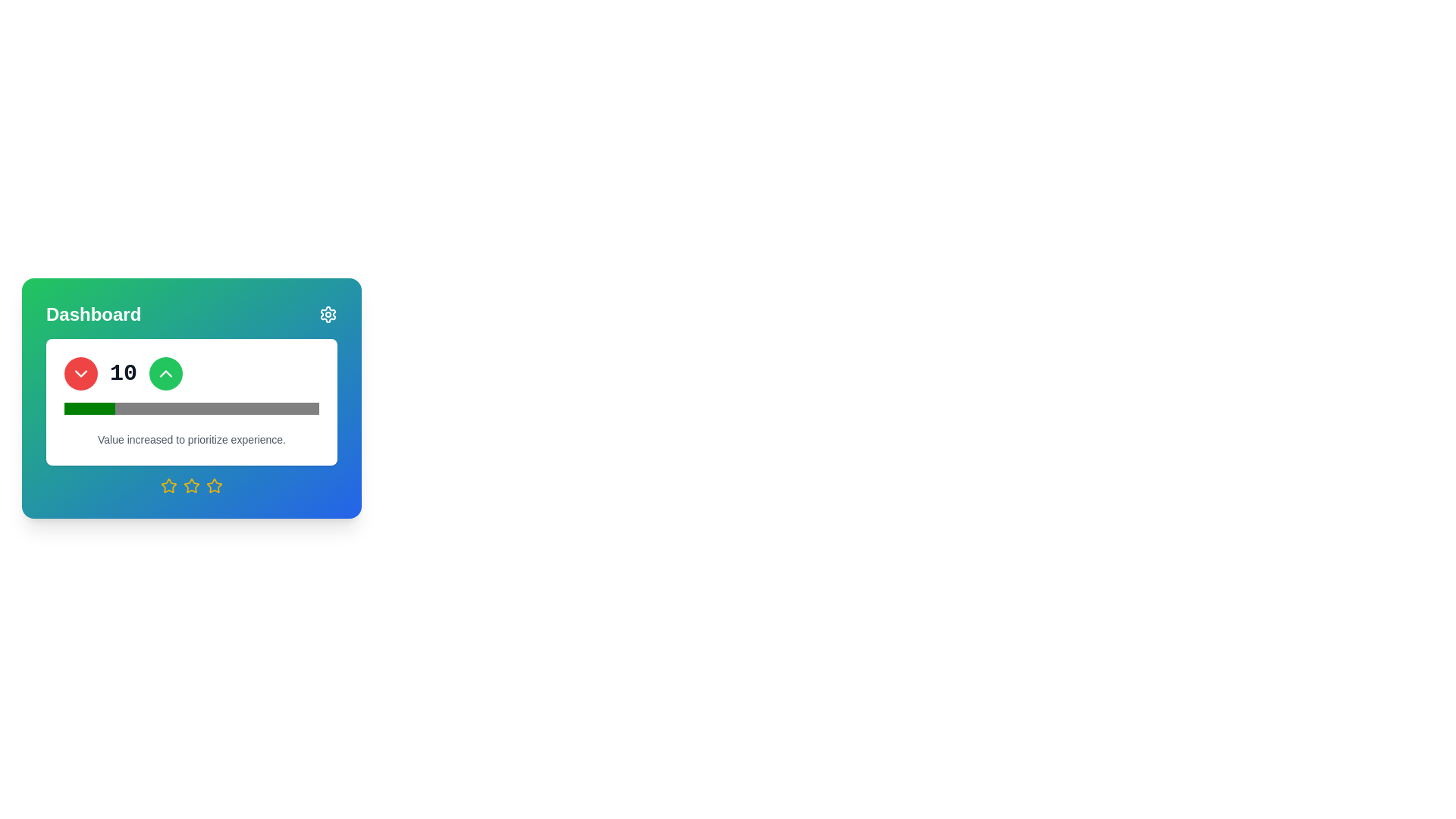 The image size is (1456, 819). Describe the element at coordinates (327, 314) in the screenshot. I see `the settings icon located` at that location.